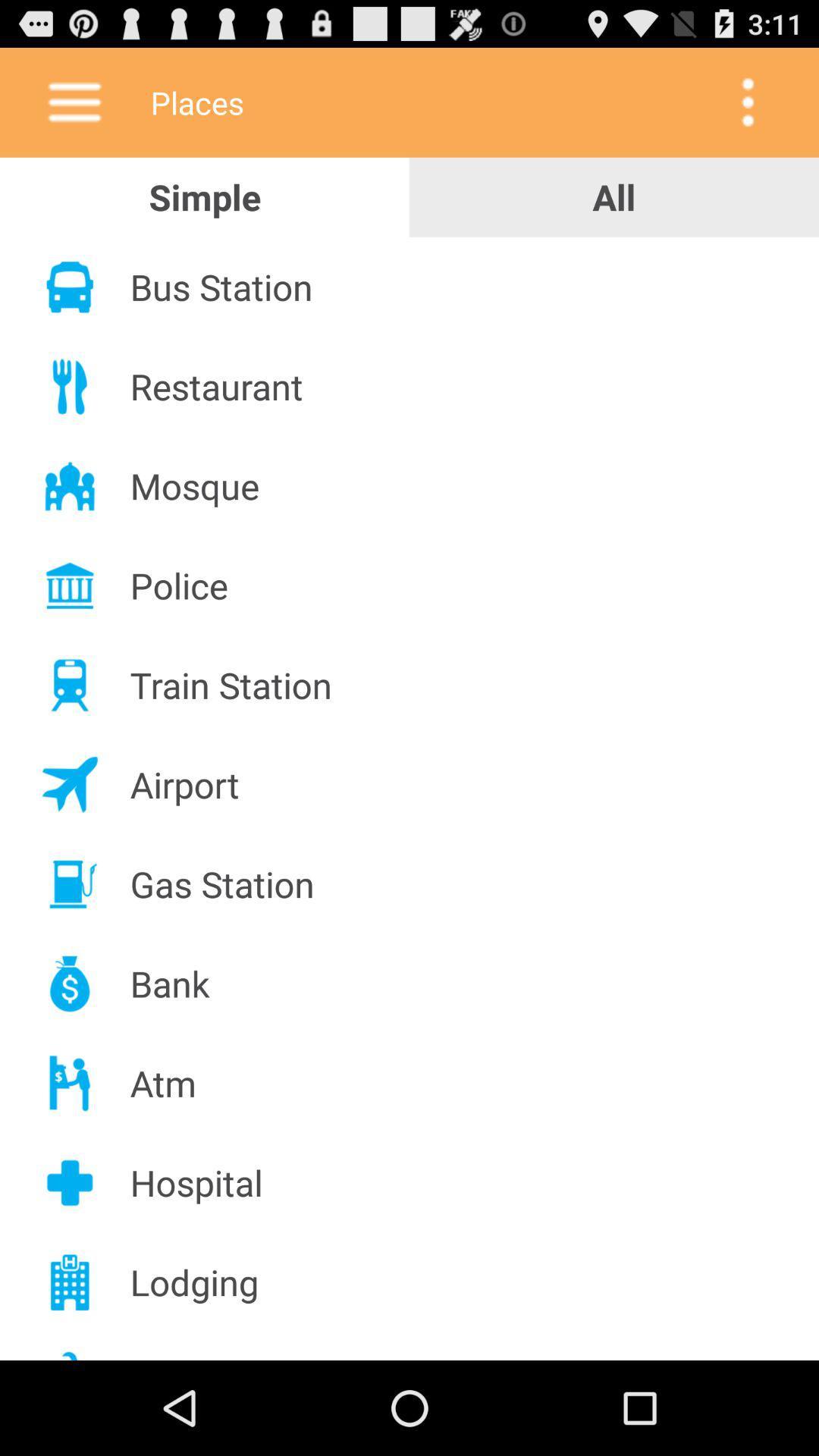 The image size is (819, 1456). Describe the element at coordinates (70, 387) in the screenshot. I see `the symbol left to restaurant` at that location.